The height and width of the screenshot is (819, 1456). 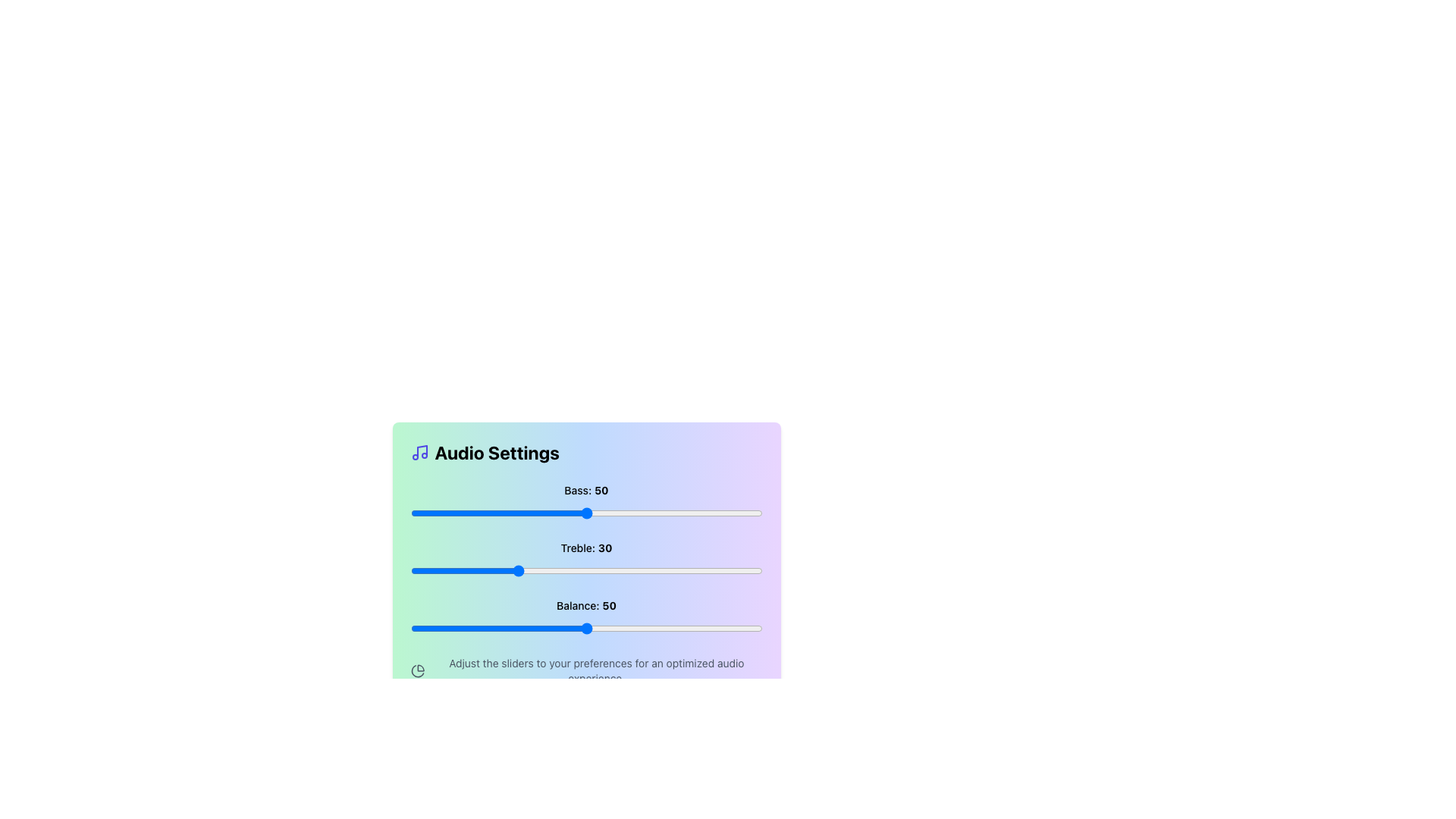 I want to click on the numerical display of the treble value, which is '30', located next to the label 'Treble:' in the audio settings, so click(x=604, y=548).